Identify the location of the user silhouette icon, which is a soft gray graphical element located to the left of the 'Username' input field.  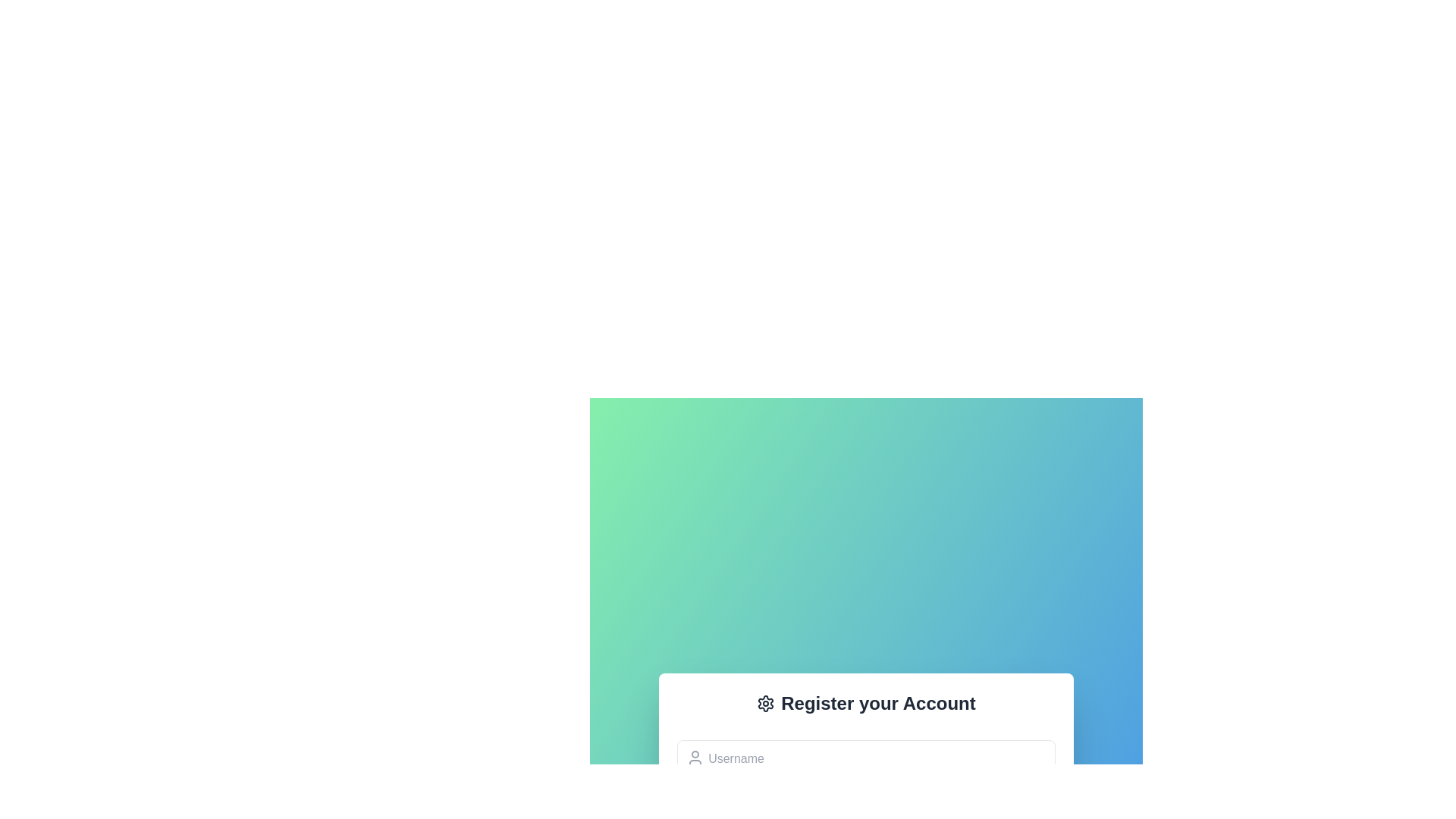
(695, 758).